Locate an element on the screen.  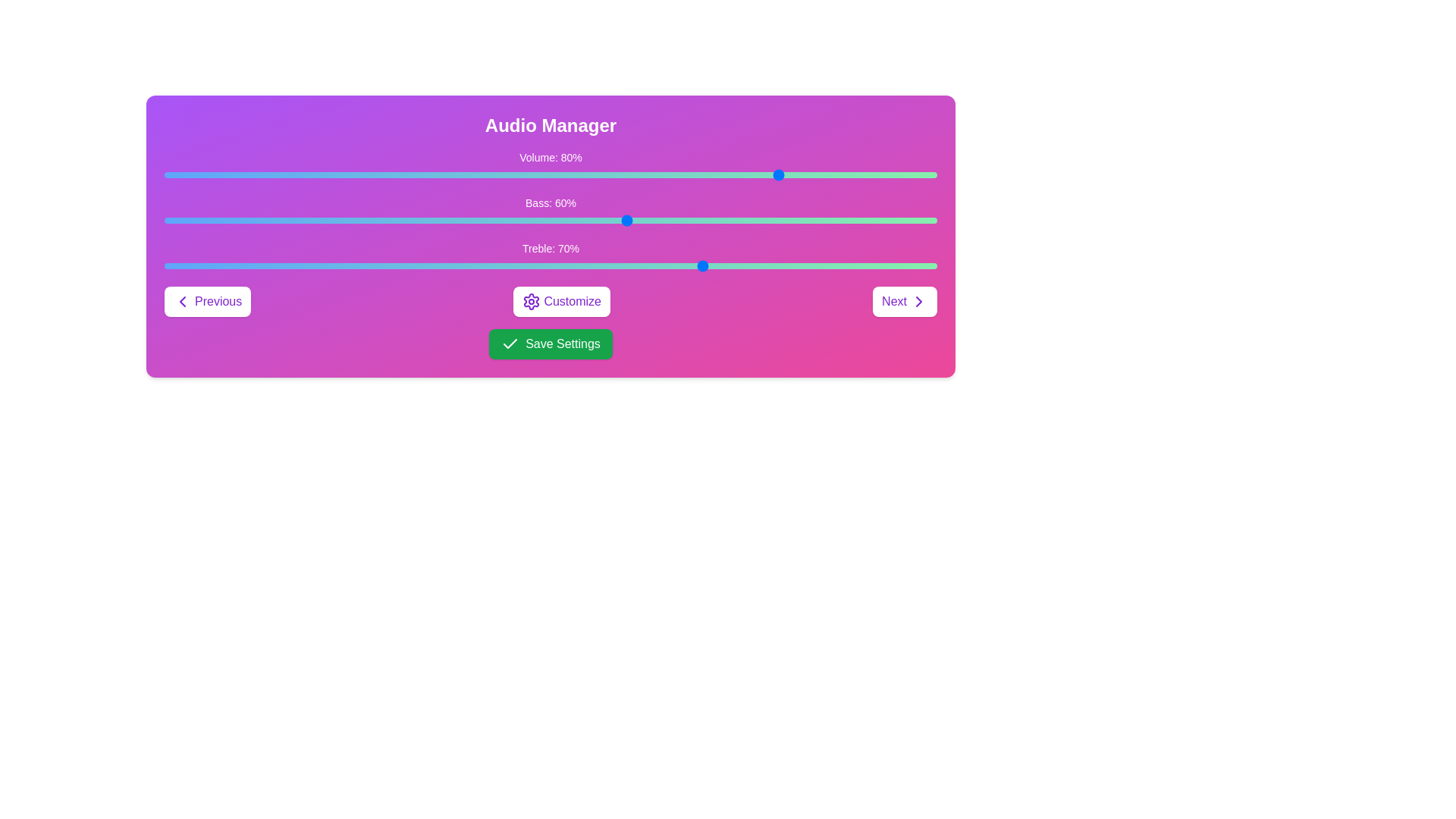
the knob of the range slider labeled 'bass: 60%' located in the 'Audio Manager' section is located at coordinates (550, 212).